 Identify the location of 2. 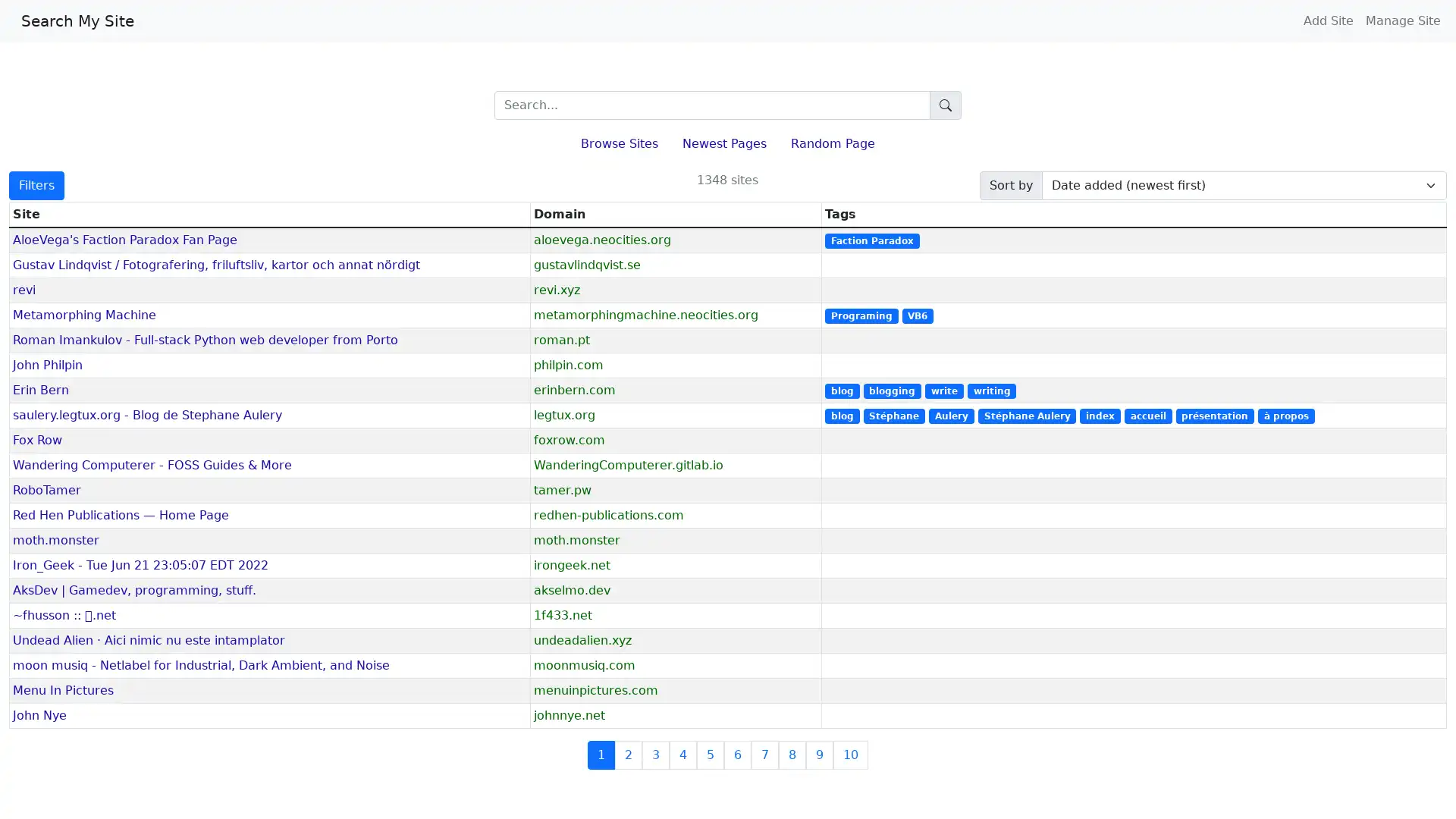
(629, 755).